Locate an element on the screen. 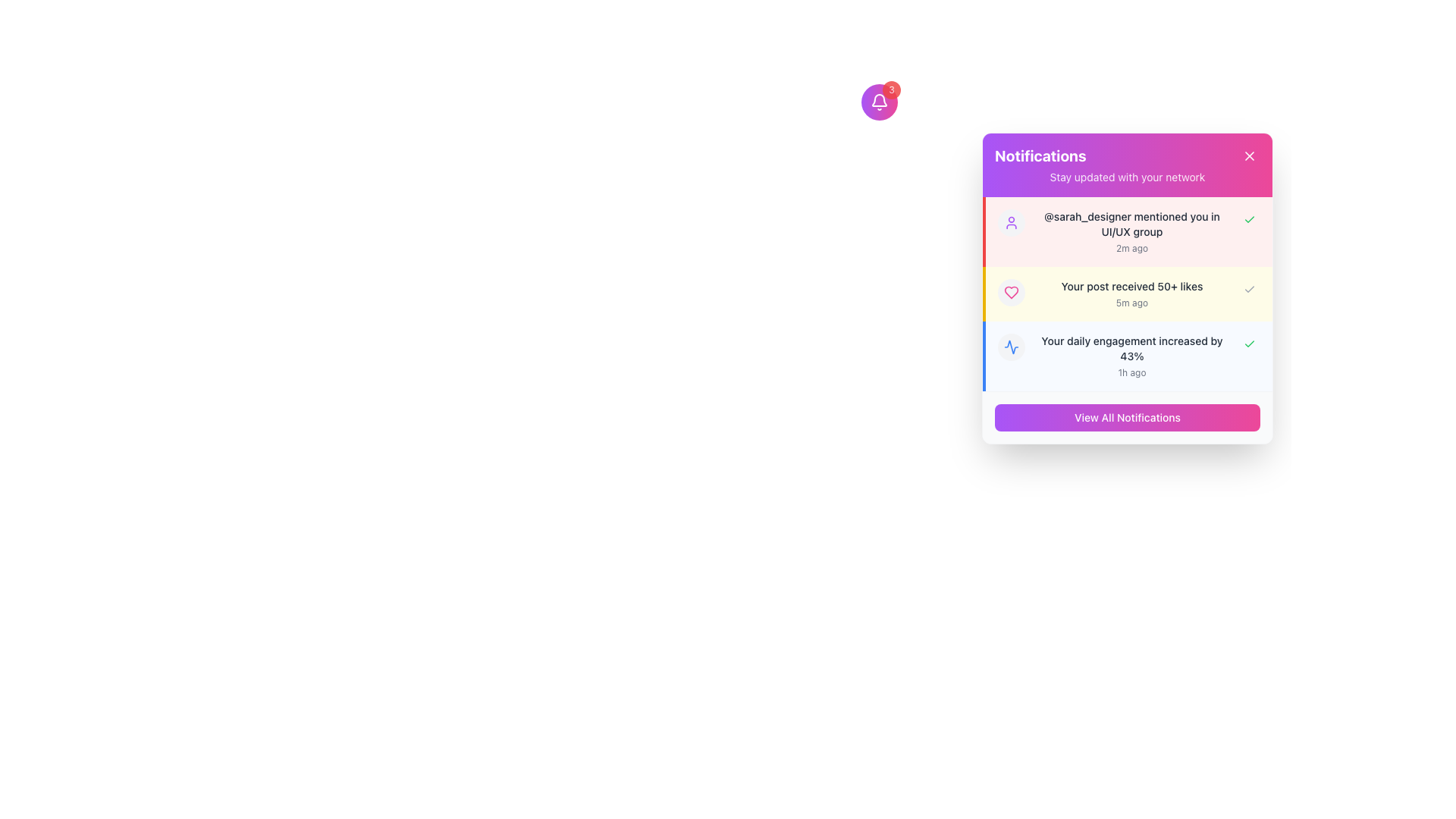 This screenshot has width=1456, height=819. notification message indicating an increase in daily engagement by 43%, located in the third notification entry of the notification panel, positioned below the text 'Your post received 50+ likes.' is located at coordinates (1131, 348).